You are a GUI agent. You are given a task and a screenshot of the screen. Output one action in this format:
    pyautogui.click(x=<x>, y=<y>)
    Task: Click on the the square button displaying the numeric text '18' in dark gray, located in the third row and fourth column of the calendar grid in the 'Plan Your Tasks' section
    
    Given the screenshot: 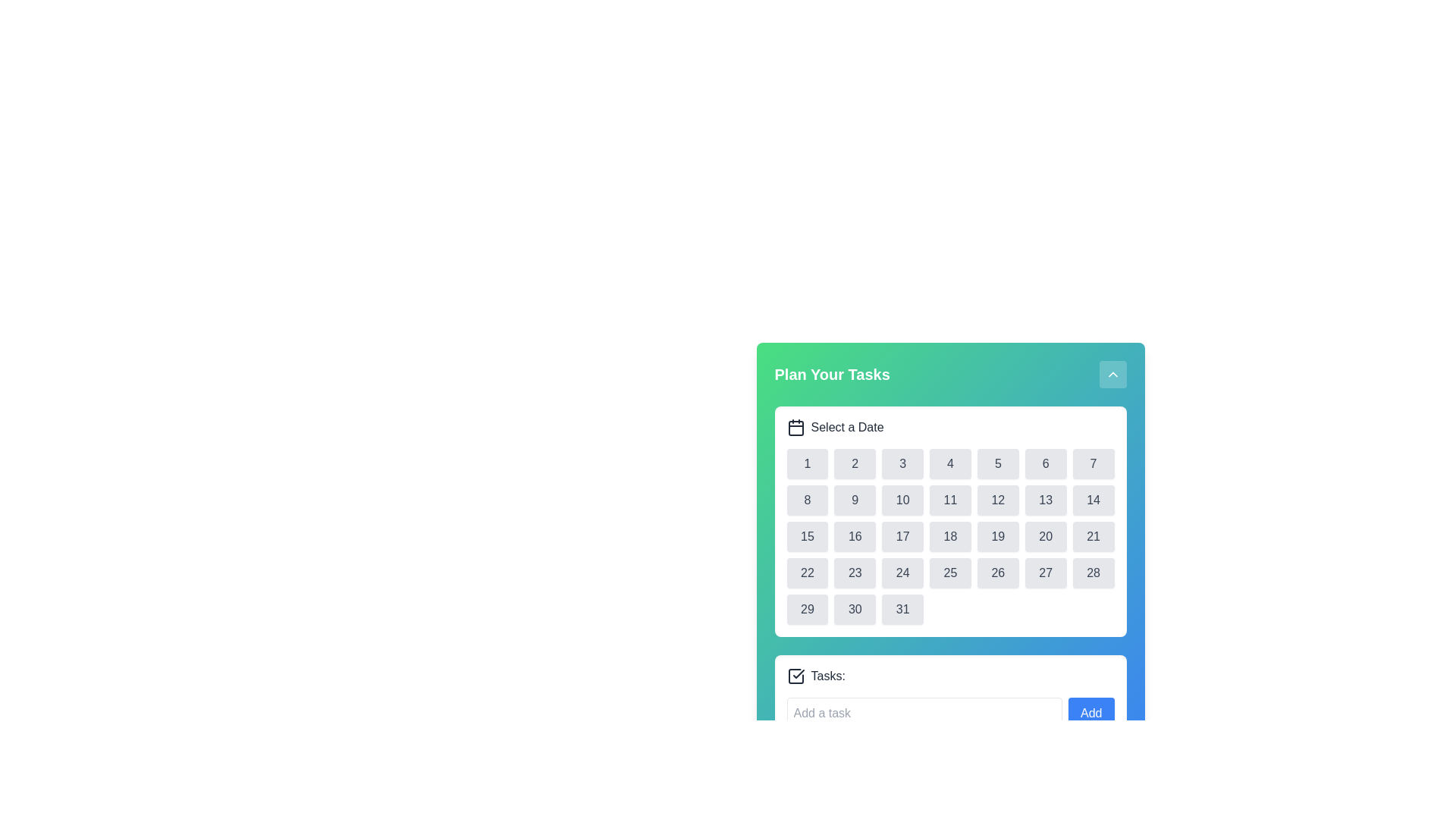 What is the action you would take?
    pyautogui.click(x=949, y=536)
    